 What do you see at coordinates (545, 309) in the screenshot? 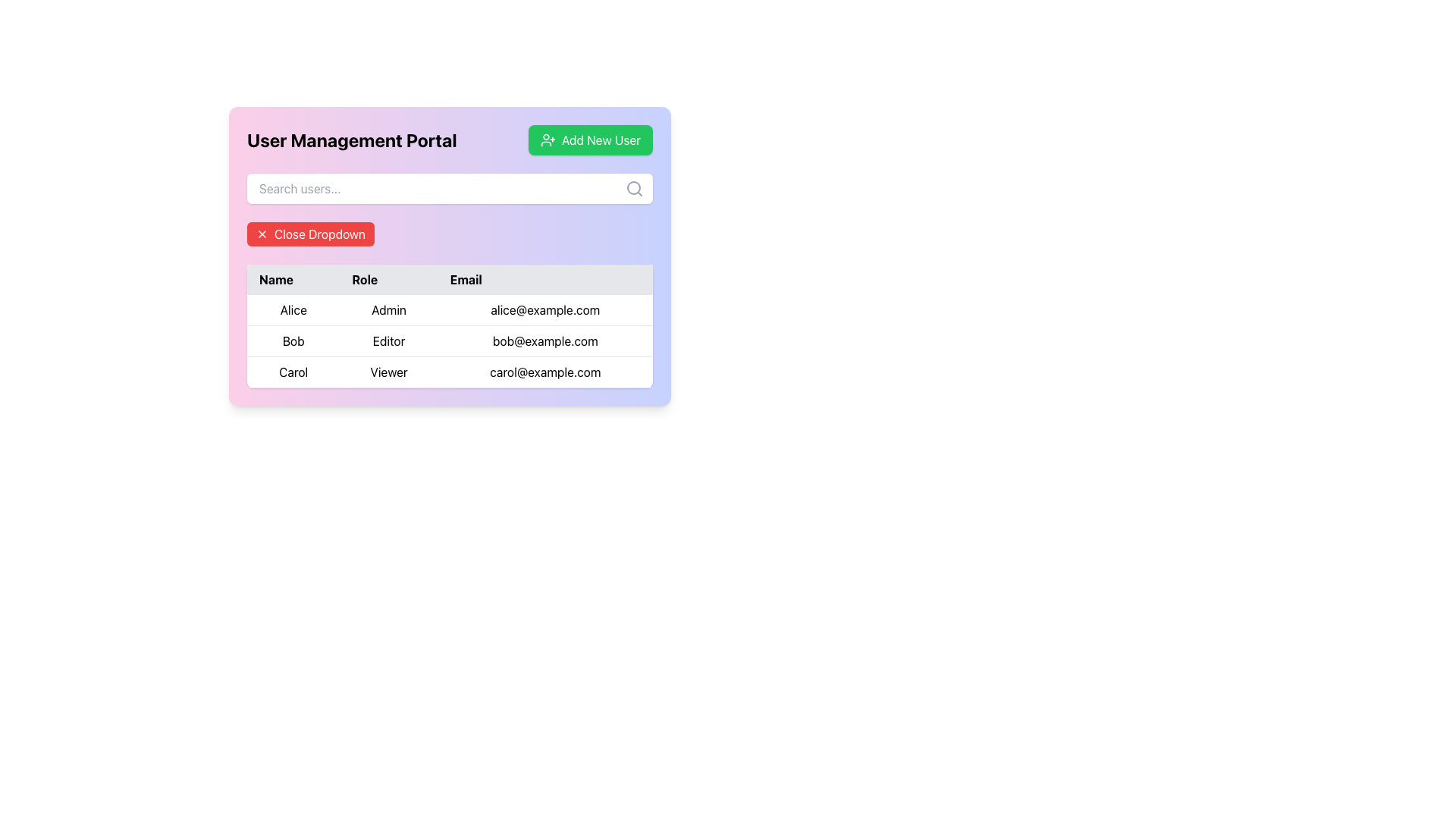
I see `the static text element displaying the email address 'alice@example.com' located in the third cell of the row starting with 'Alice' in the table` at bounding box center [545, 309].